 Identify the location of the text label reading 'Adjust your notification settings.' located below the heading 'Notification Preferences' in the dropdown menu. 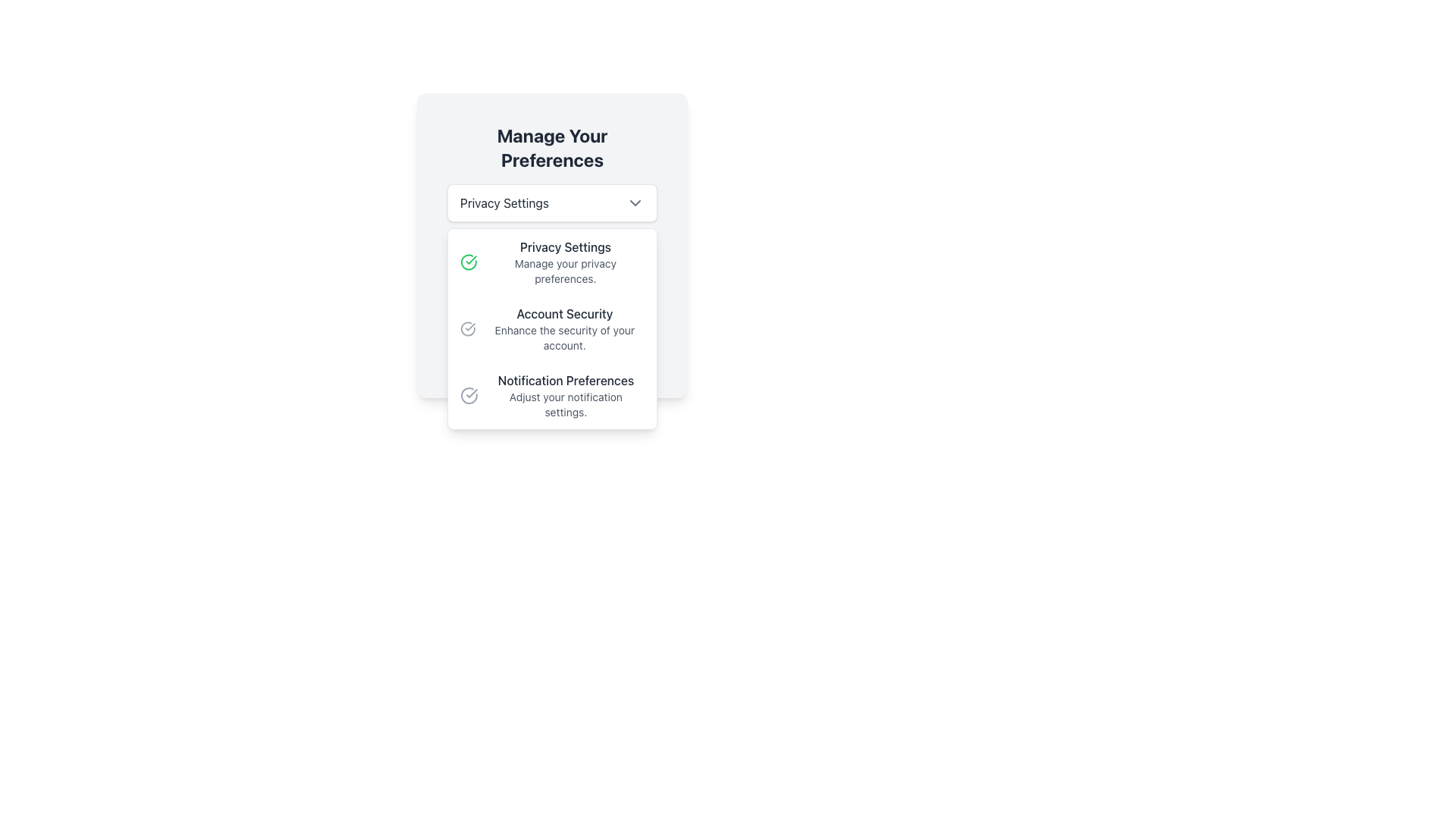
(565, 403).